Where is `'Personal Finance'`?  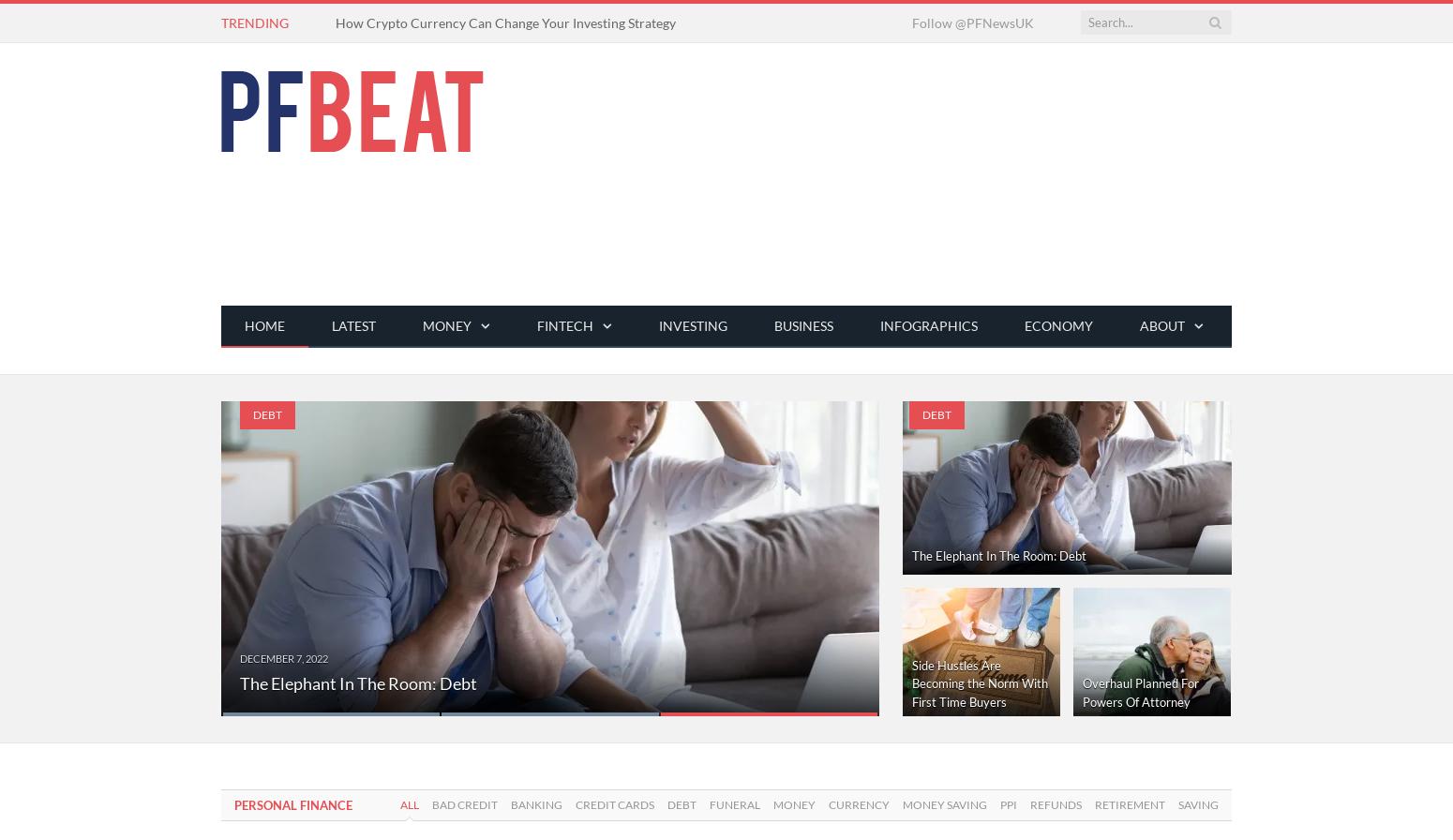 'Personal Finance' is located at coordinates (292, 804).